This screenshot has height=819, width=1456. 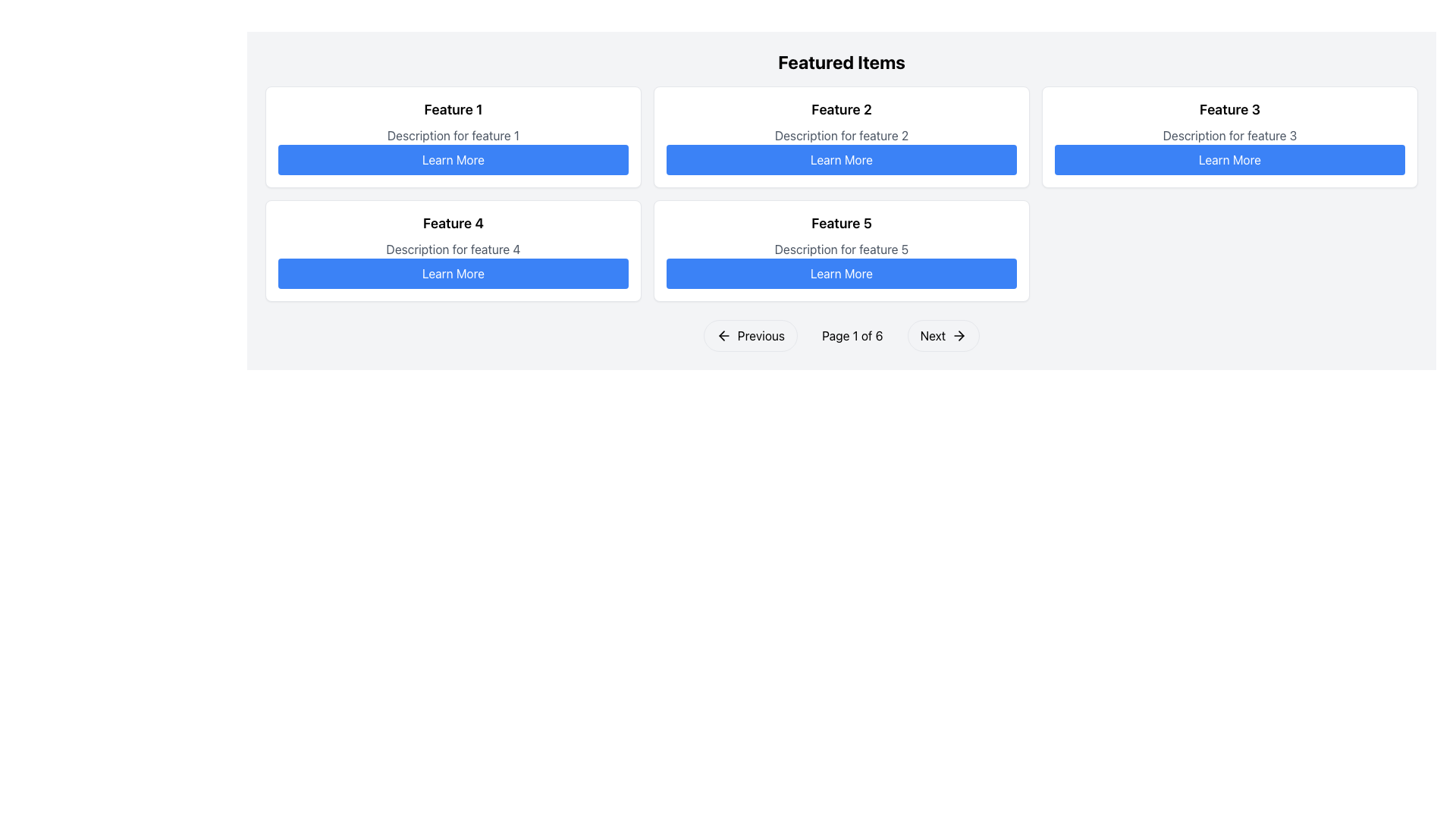 What do you see at coordinates (852, 335) in the screenshot?
I see `the text element displaying 'Page 1 of 6' that is centered in the footer navigation bar` at bounding box center [852, 335].